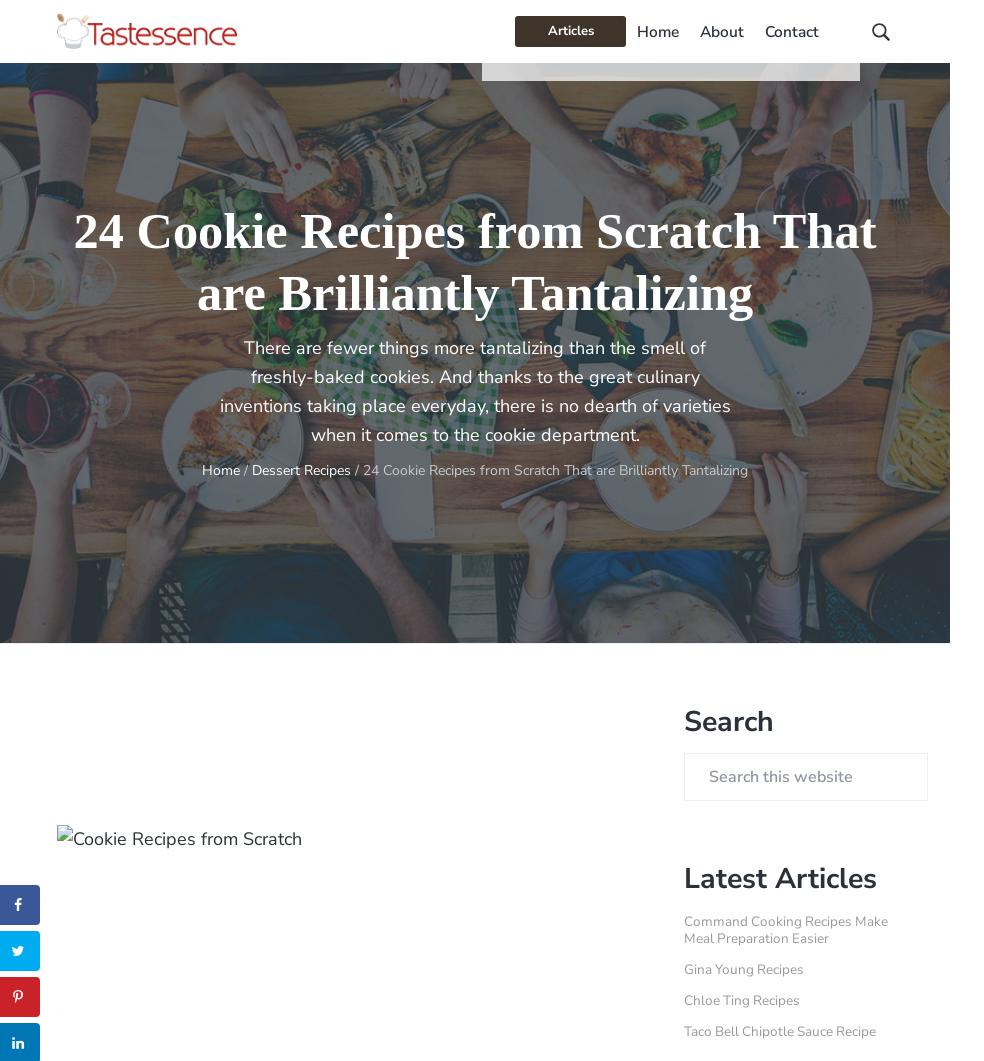 The height and width of the screenshot is (1061, 984). What do you see at coordinates (785, 928) in the screenshot?
I see `'Command Cooking Recipes Make Meal Preparation Easier'` at bounding box center [785, 928].